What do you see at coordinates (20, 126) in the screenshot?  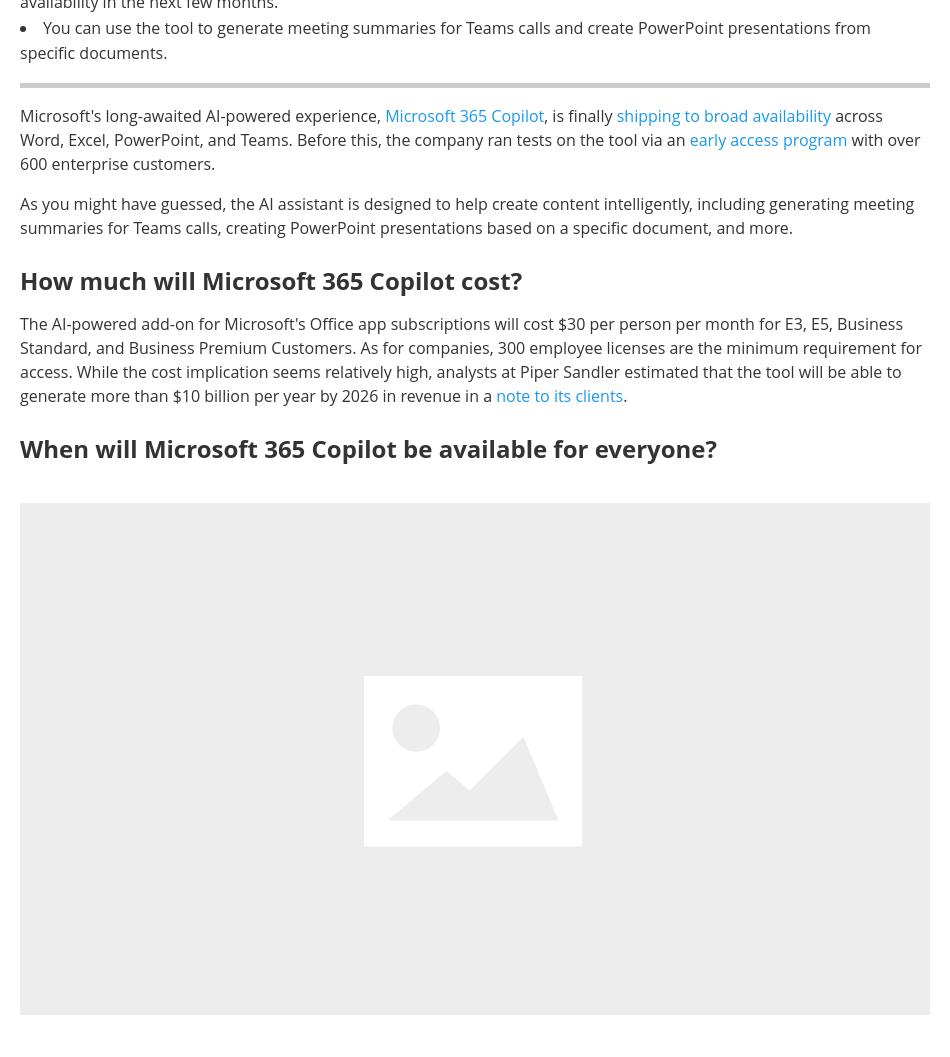 I see `'across Word, Excel, PowerPoint, and Teams. Before this, the company ran tests on the tool via an'` at bounding box center [20, 126].